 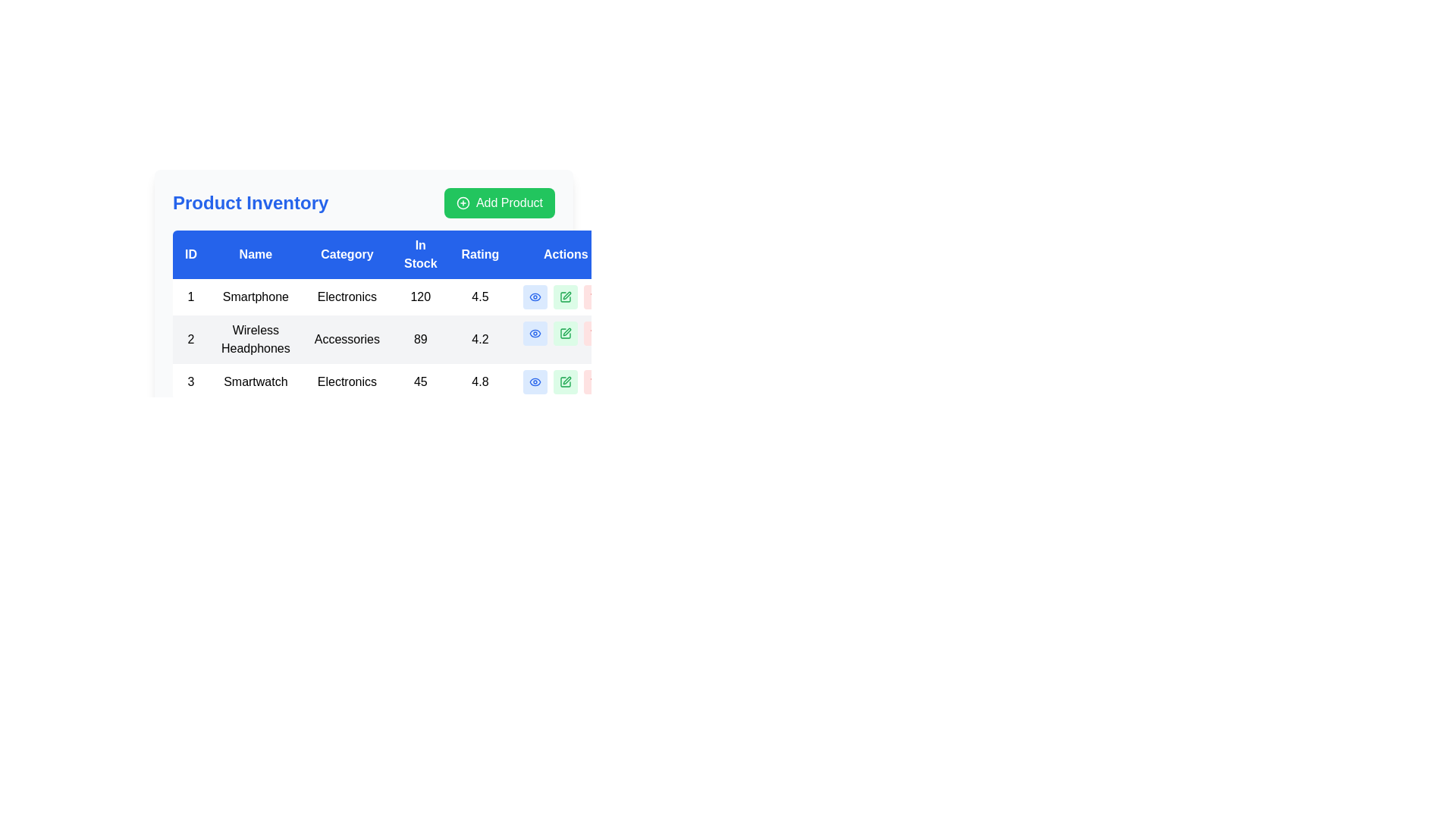 What do you see at coordinates (565, 297) in the screenshot?
I see `the edit icon button, which resembles a green pen over a square, located in the 'Actions' column of the first row in the table, adjacent to the 'Rating' column` at bounding box center [565, 297].